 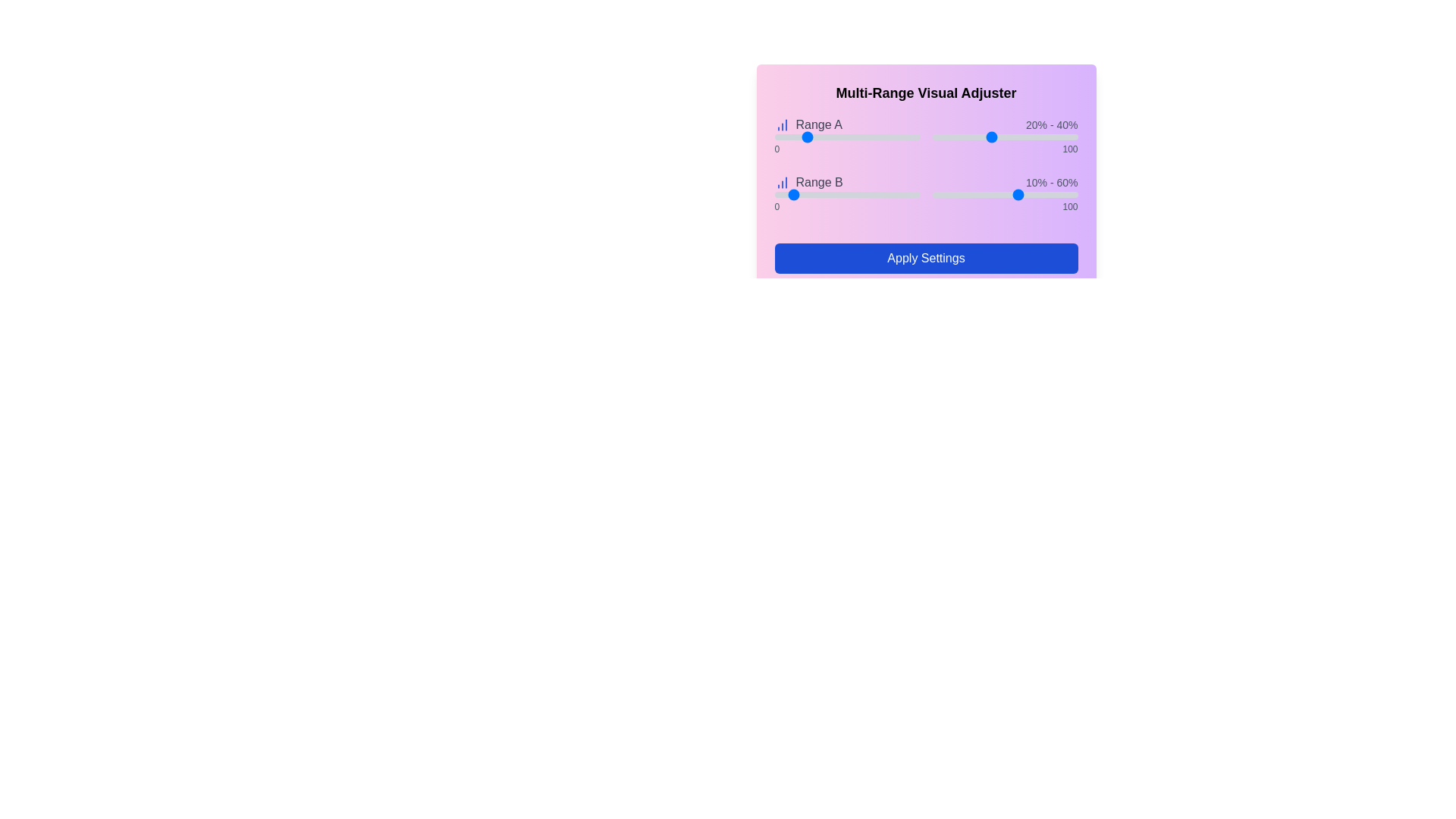 What do you see at coordinates (995, 194) in the screenshot?
I see `the Range B slider` at bounding box center [995, 194].